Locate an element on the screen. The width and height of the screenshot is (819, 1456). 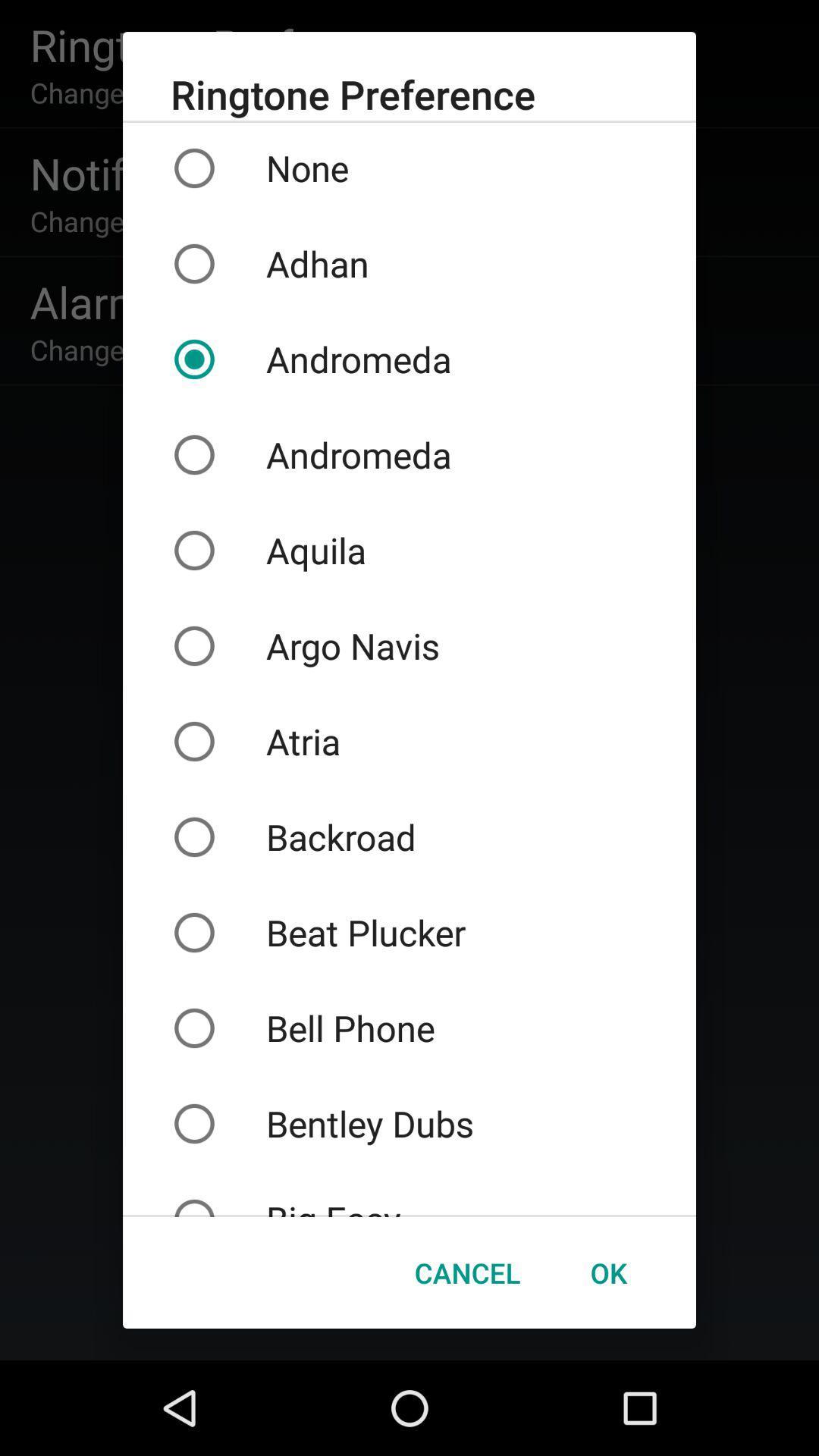
icon to the right of the cancel icon is located at coordinates (607, 1272).